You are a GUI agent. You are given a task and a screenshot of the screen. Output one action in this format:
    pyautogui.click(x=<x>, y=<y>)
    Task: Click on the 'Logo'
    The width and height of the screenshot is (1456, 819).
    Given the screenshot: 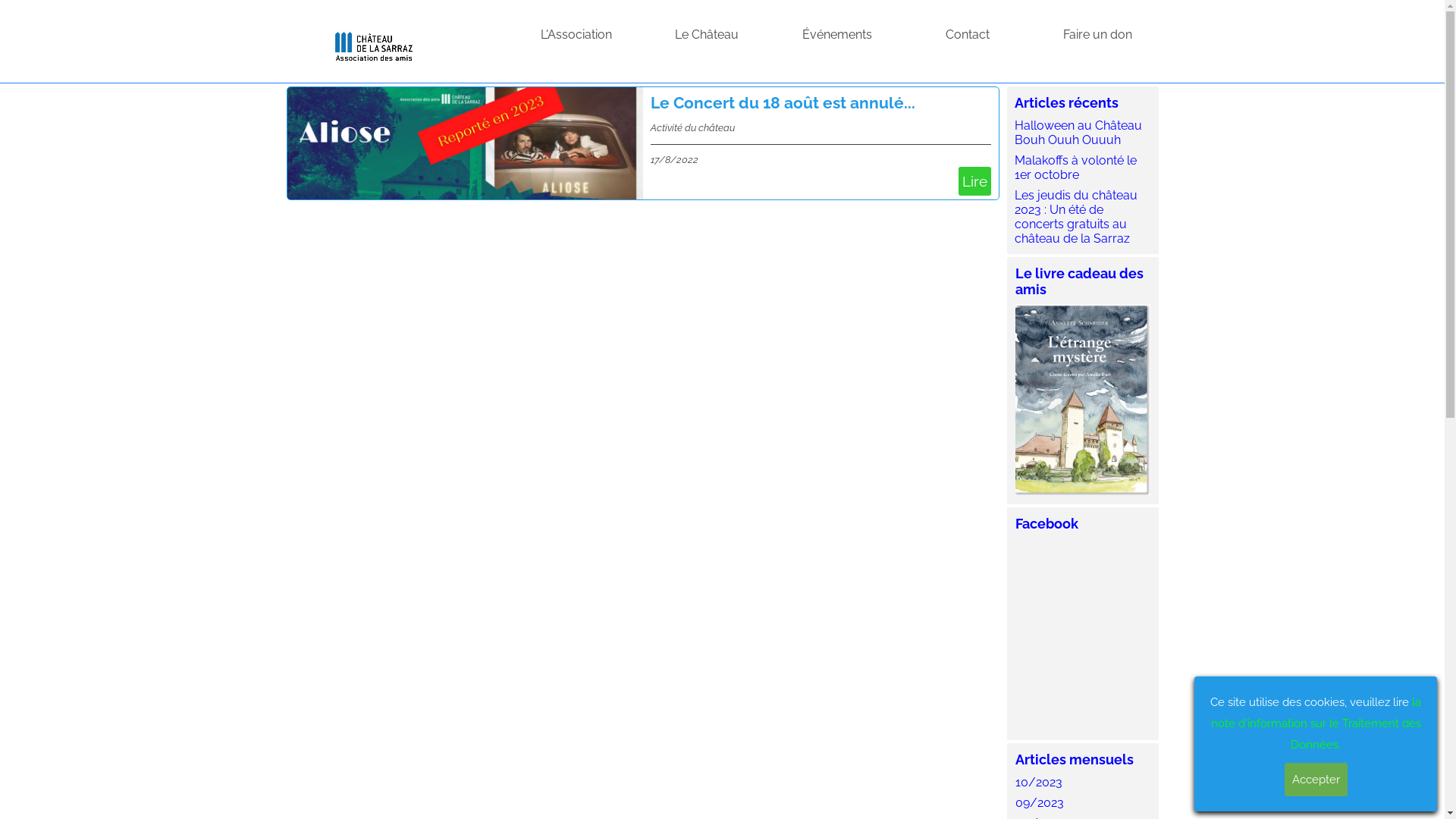 What is the action you would take?
    pyautogui.click(x=374, y=42)
    